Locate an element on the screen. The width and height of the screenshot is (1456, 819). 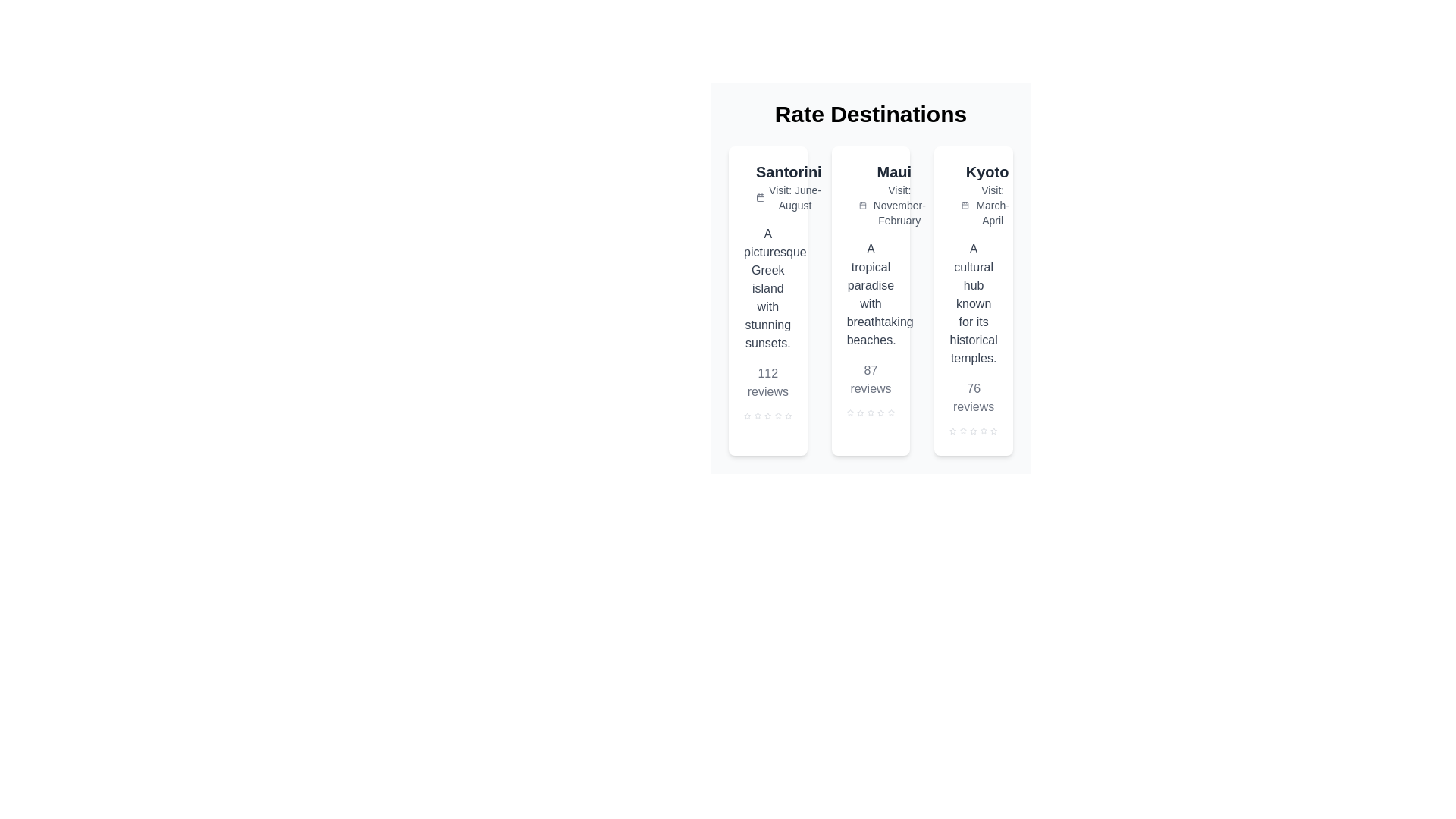
the Text Label that serves as a title or heading for the destination in the second column, located at the top above the text 'Visit: November-February' is located at coordinates (894, 171).